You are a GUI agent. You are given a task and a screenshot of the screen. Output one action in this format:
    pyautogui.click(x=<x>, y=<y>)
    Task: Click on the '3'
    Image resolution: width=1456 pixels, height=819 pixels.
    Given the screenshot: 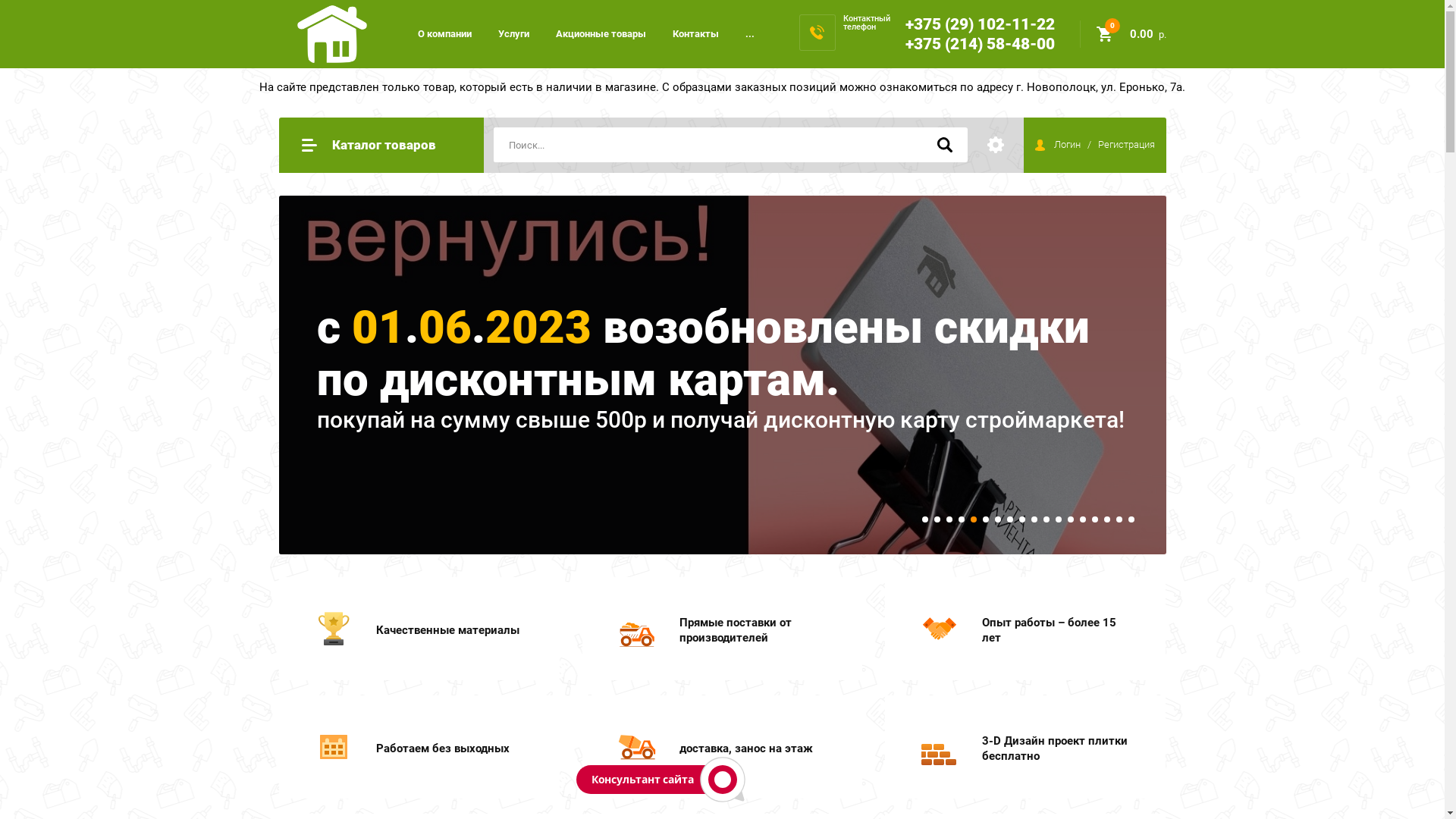 What is the action you would take?
    pyautogui.click(x=946, y=519)
    